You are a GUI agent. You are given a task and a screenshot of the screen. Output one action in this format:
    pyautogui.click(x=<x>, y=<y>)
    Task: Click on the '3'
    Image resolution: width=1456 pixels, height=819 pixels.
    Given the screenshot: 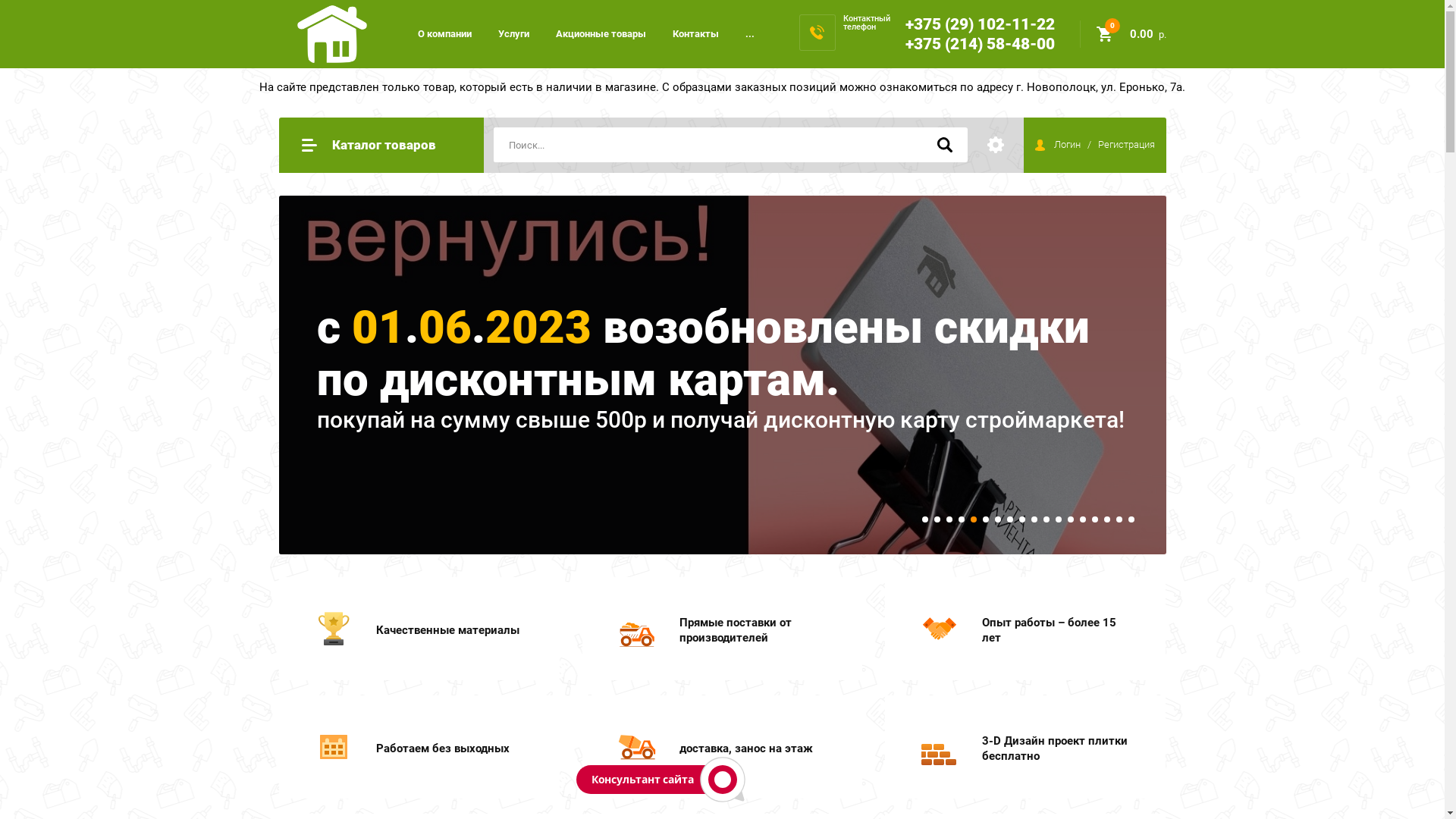 What is the action you would take?
    pyautogui.click(x=946, y=519)
    